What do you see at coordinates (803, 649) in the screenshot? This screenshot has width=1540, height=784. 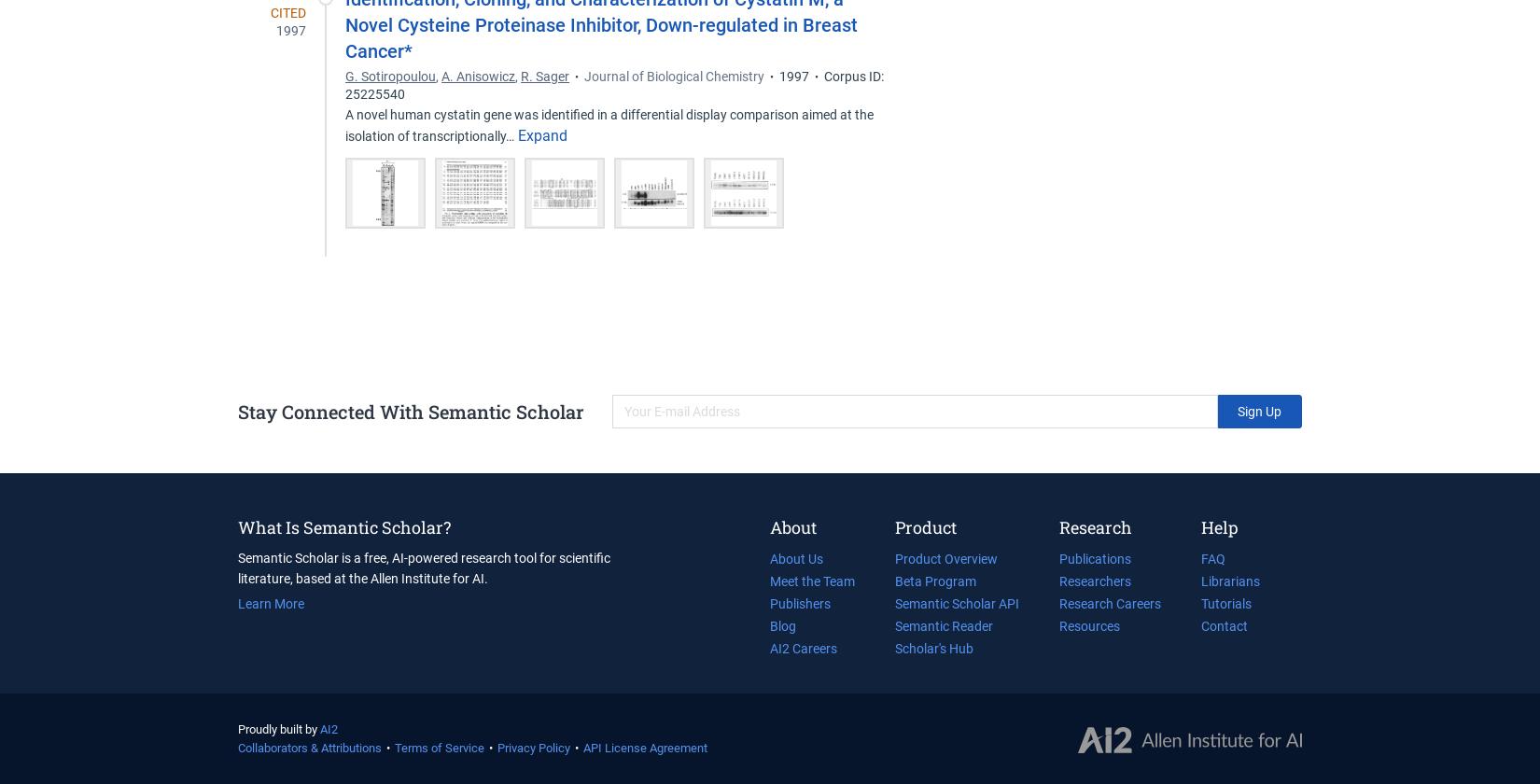 I see `'AI2 Careers'` at bounding box center [803, 649].